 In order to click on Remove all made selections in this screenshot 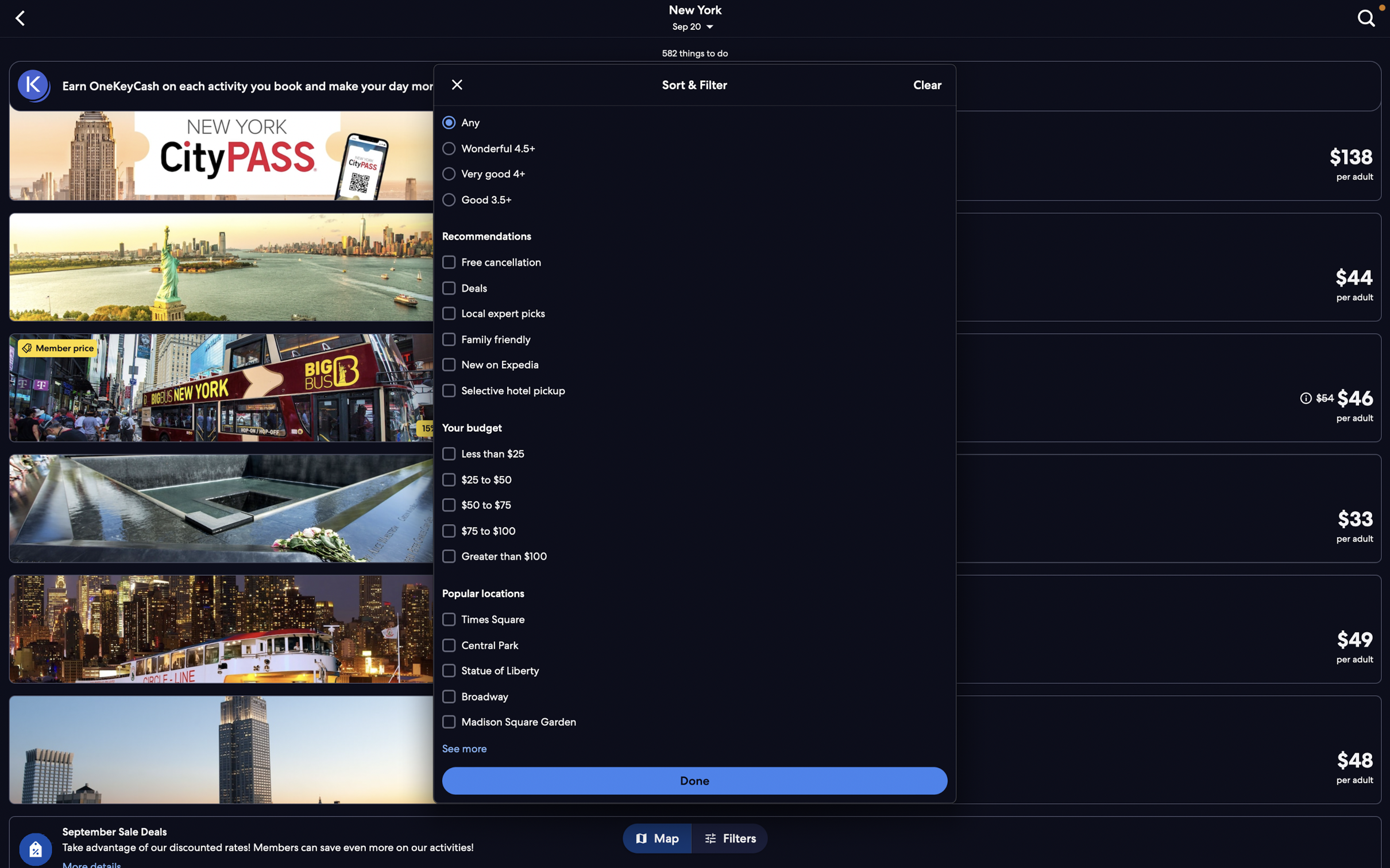, I will do `click(926, 85)`.